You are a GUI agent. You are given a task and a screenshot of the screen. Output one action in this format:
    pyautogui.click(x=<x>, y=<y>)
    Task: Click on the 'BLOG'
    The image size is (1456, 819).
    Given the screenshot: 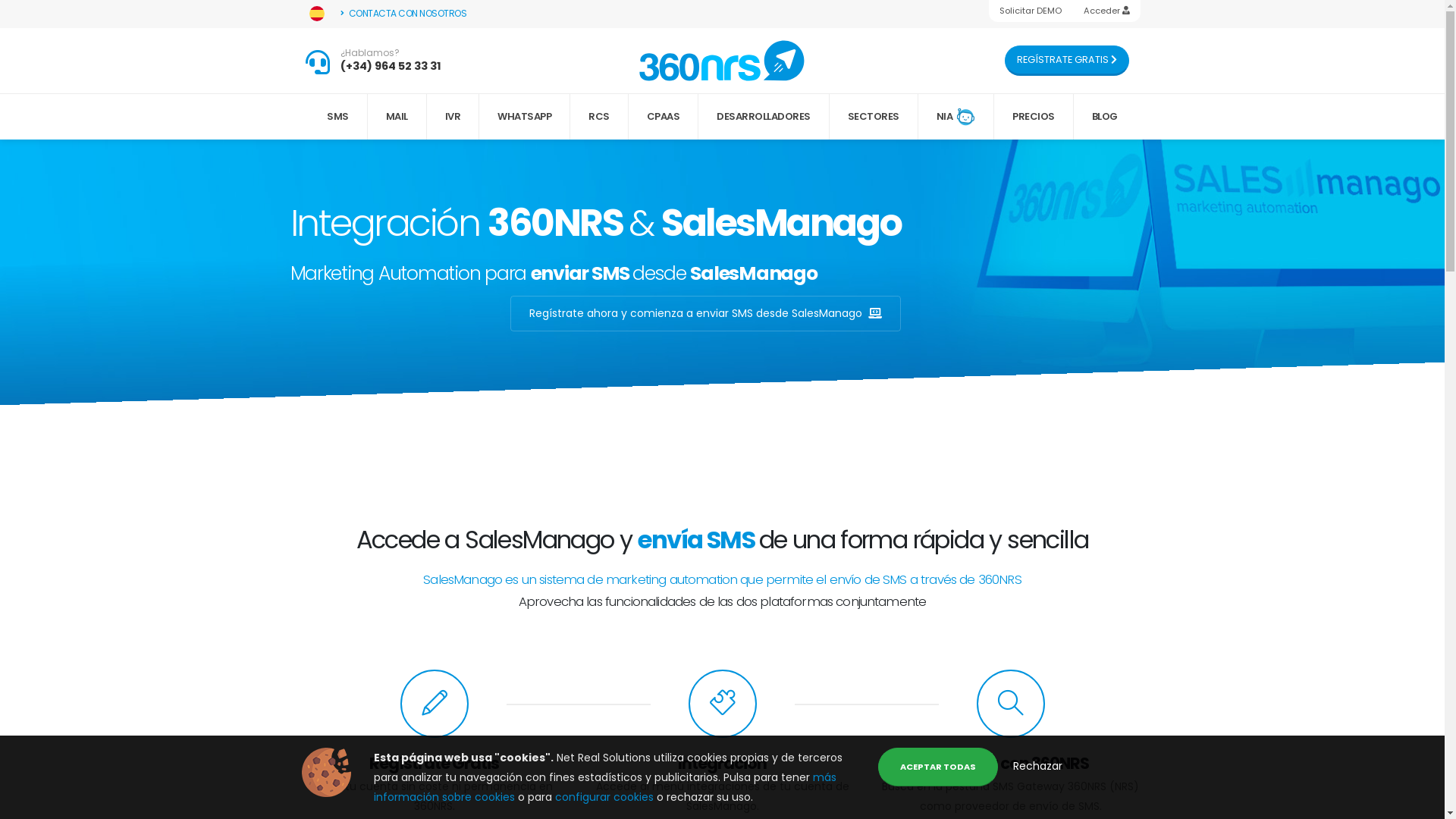 What is the action you would take?
    pyautogui.click(x=1105, y=116)
    